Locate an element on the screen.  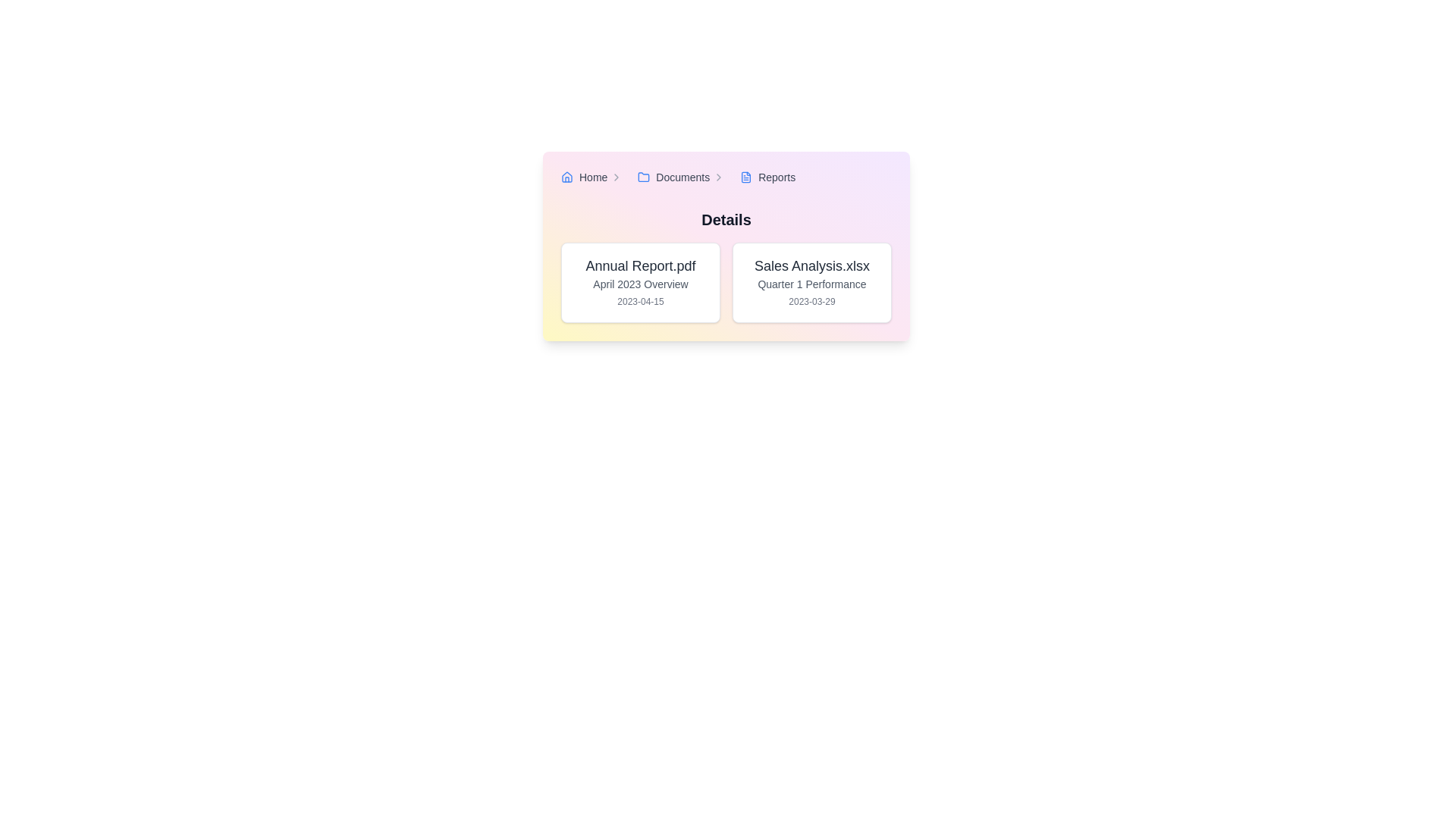
the 'Reports' icon in the breadcrumb navigation bar, which visually represents the 'Reports' section and is positioned directly before the 'Reports' text label is located at coordinates (746, 177).